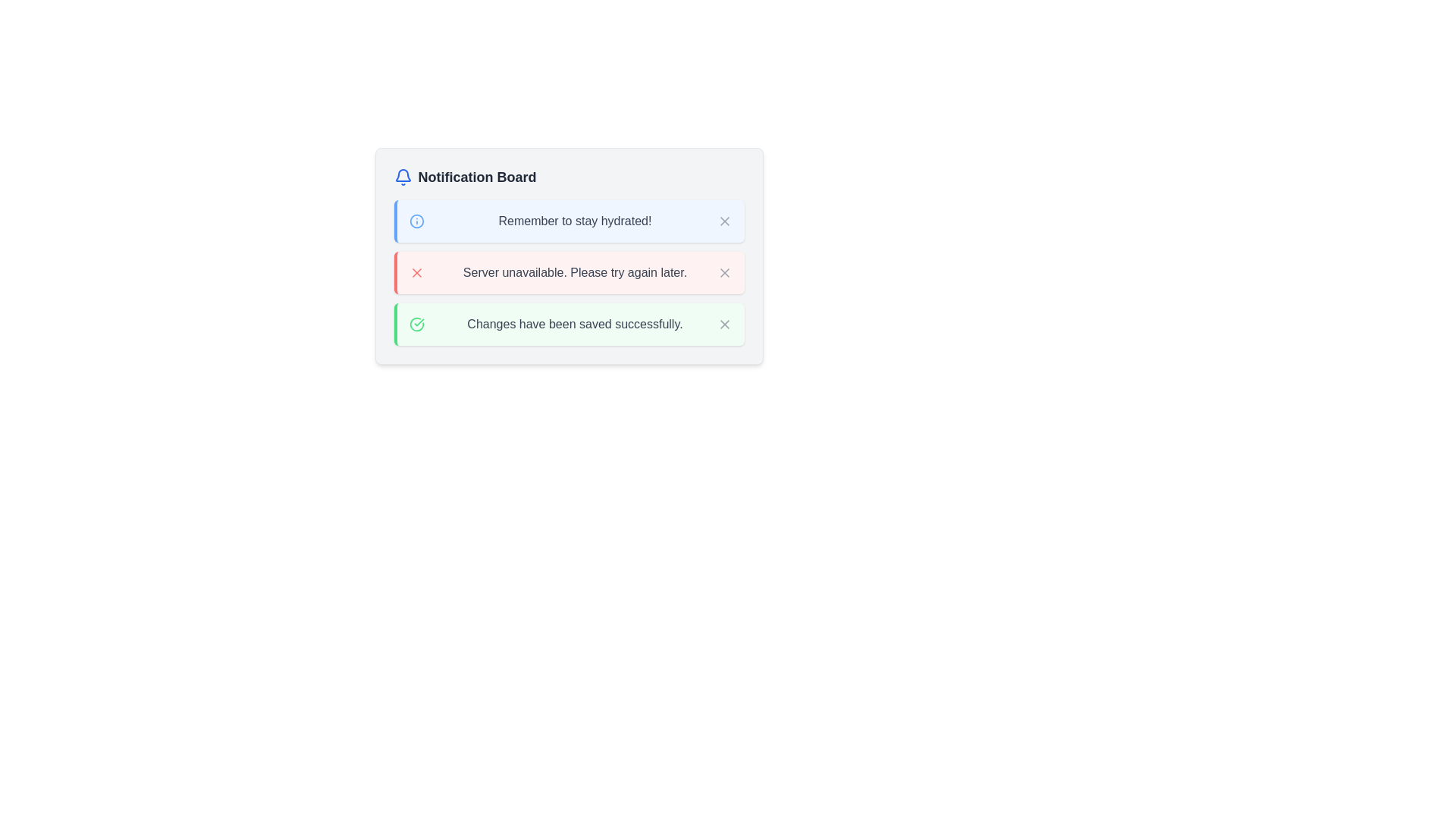  What do you see at coordinates (574, 324) in the screenshot?
I see `text from the text label displaying 'Changes have been saved successfully.' located in the light green notification box, positioned to the right of a green check icon` at bounding box center [574, 324].